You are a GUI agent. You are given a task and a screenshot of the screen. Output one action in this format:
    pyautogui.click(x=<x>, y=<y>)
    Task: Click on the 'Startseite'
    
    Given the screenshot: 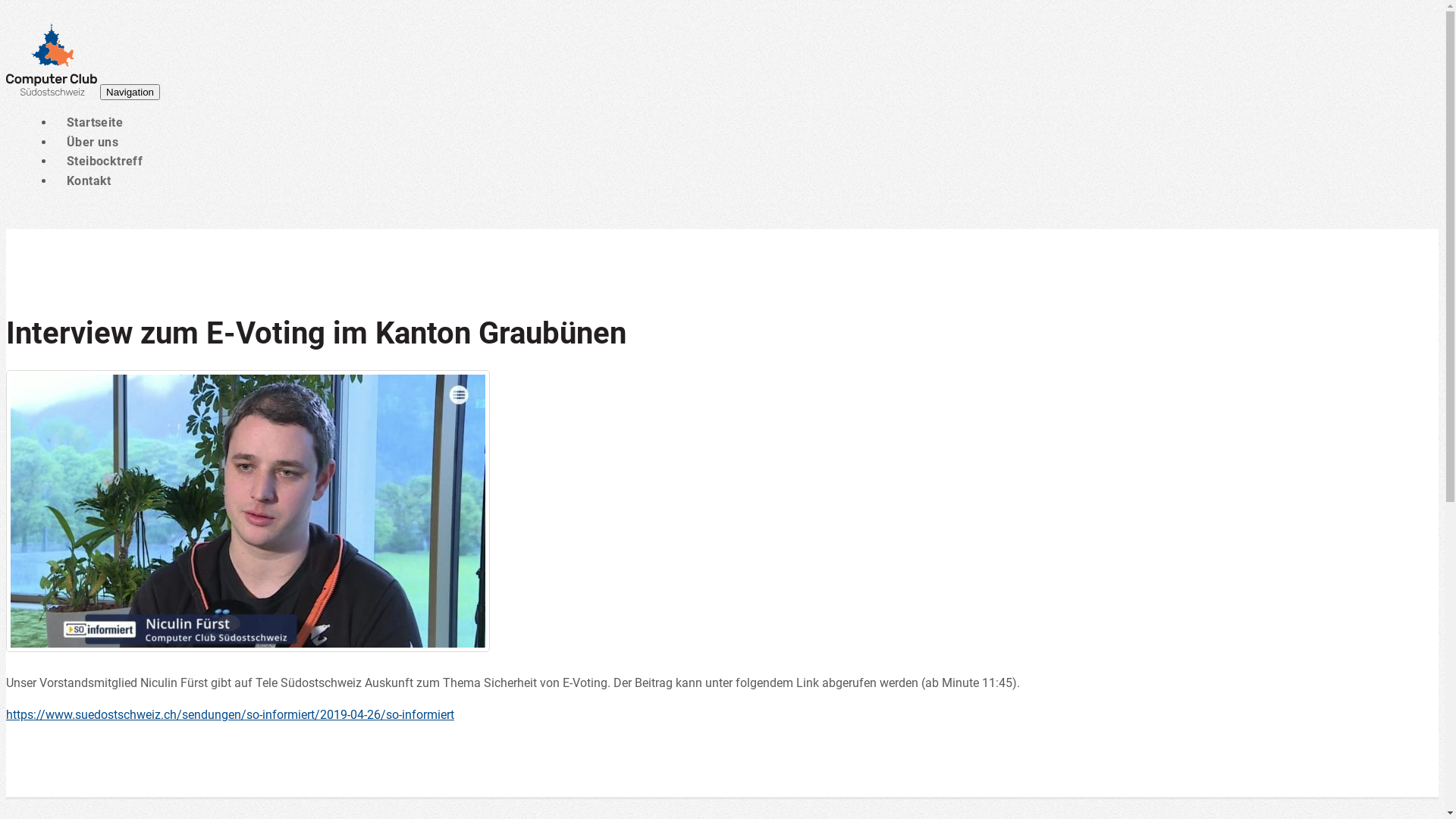 What is the action you would take?
    pyautogui.click(x=93, y=121)
    